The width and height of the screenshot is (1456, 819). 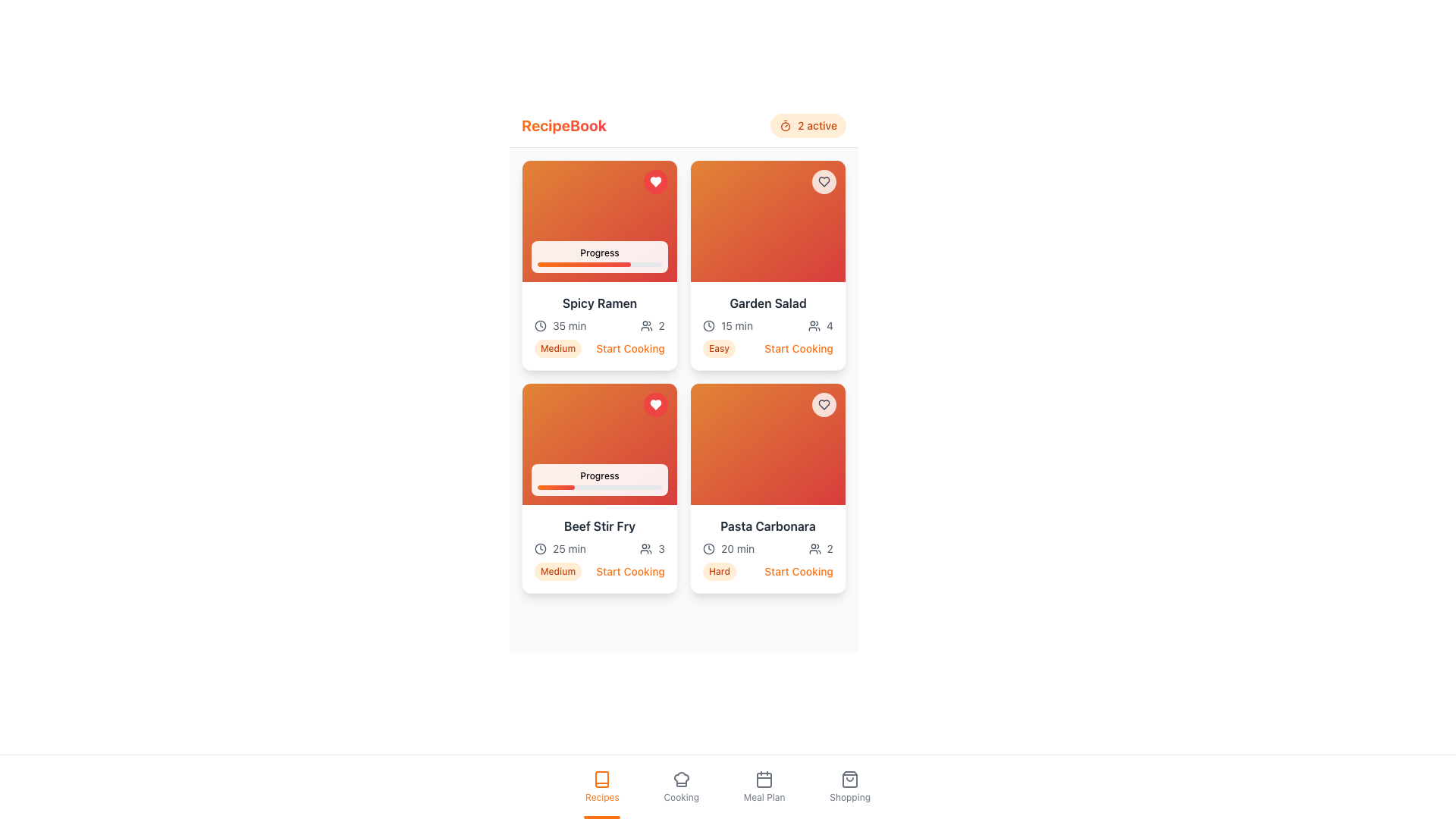 I want to click on the progress level indicated by the Progress Indicator located at the bottom section of the 'Beef Stir Fry' card in the second row, first column of the grid layout, so click(x=599, y=479).